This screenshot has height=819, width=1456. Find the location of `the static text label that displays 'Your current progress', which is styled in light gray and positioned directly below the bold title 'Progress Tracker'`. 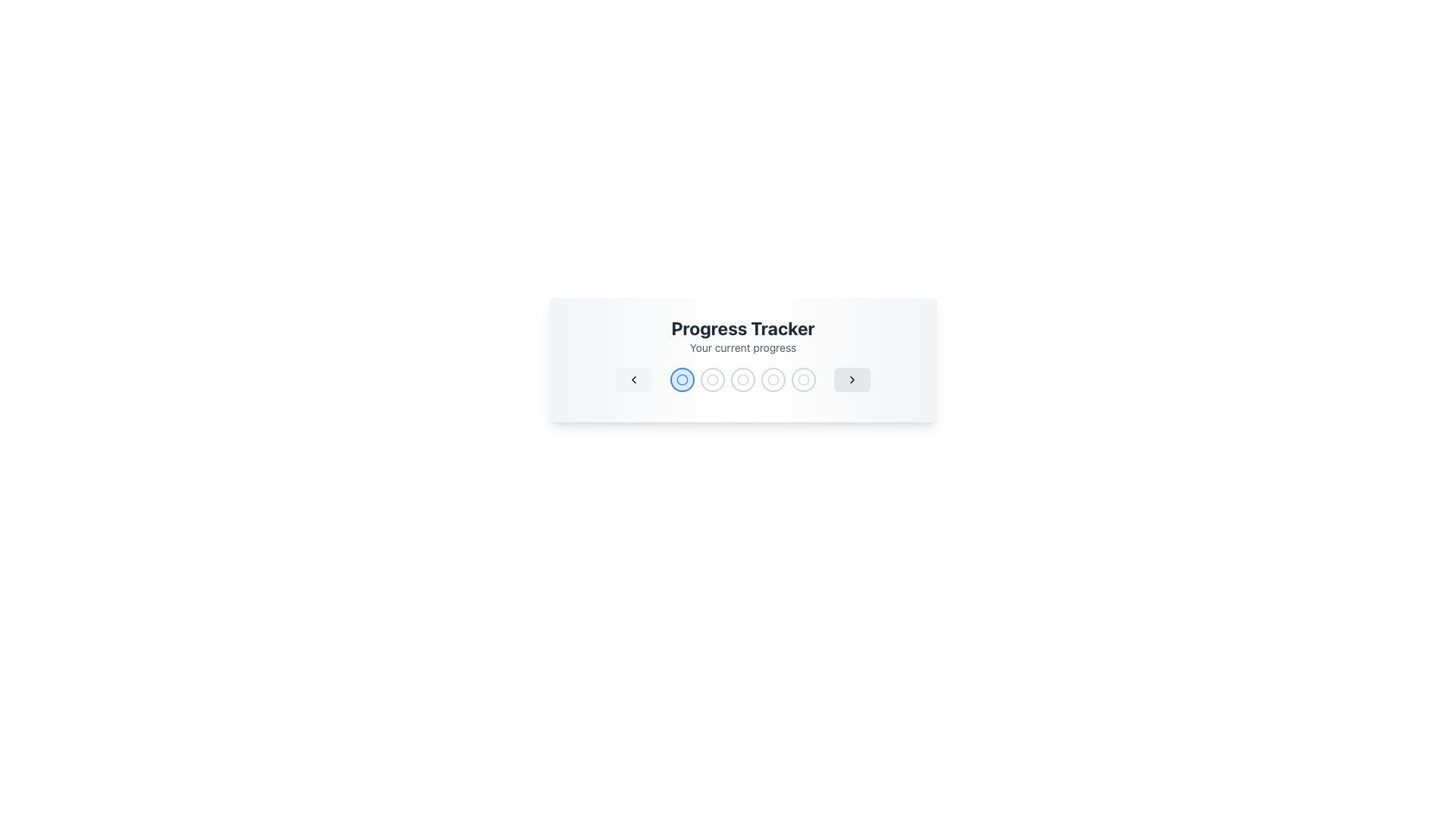

the static text label that displays 'Your current progress', which is styled in light gray and positioned directly below the bold title 'Progress Tracker' is located at coordinates (742, 348).